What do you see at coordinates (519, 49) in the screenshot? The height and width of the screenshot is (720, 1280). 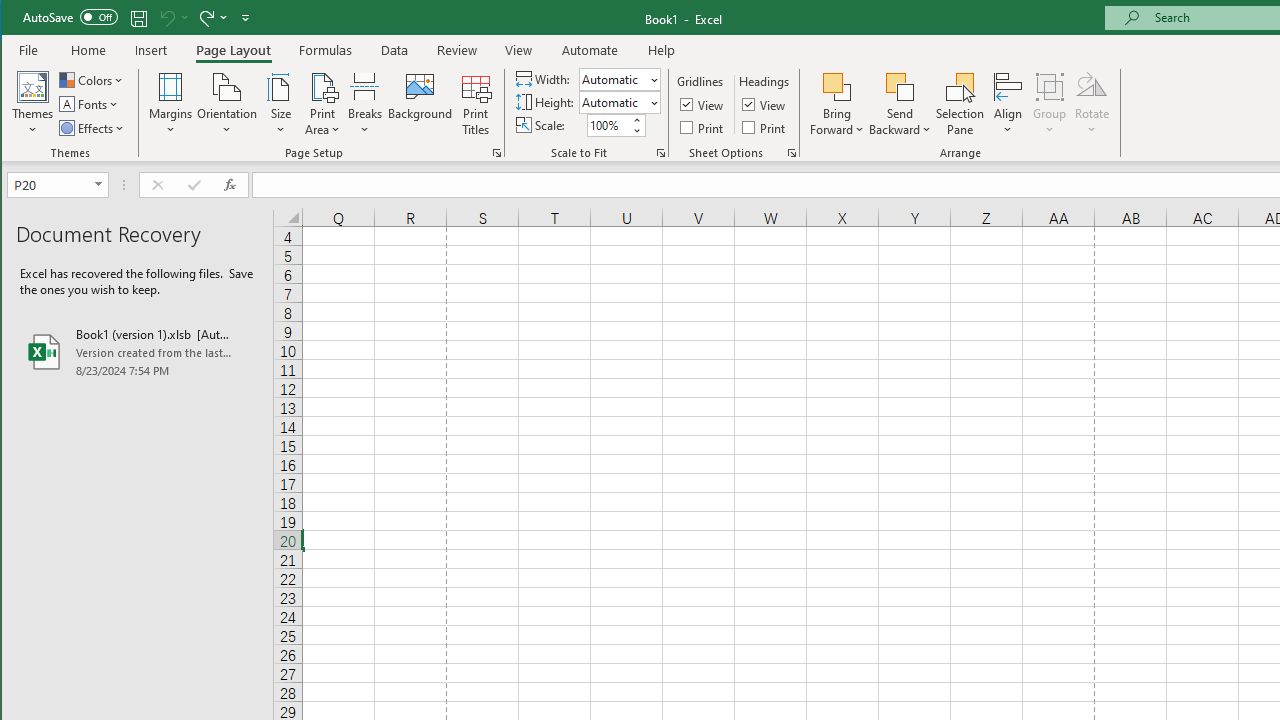 I see `'View'` at bounding box center [519, 49].